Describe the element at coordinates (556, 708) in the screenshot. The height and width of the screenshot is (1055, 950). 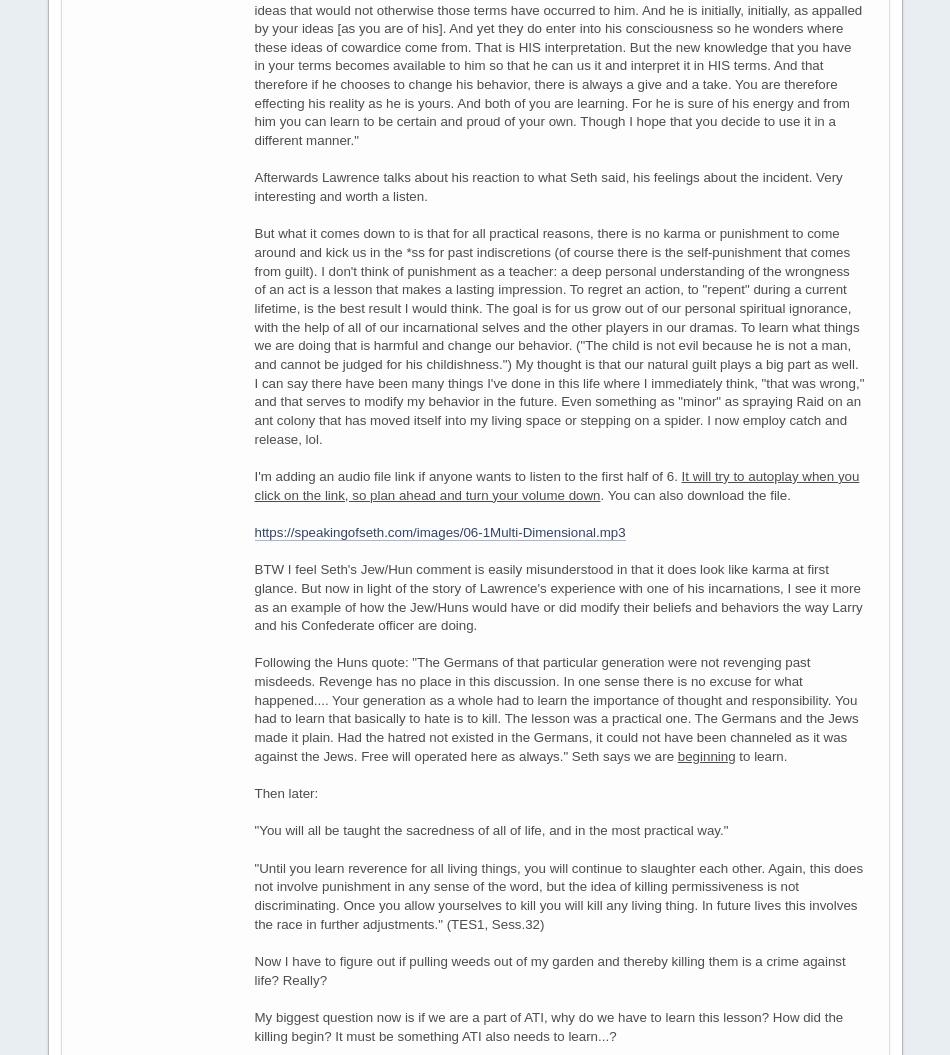
I see `'Following the Huns quote: "The Germans of that particular generation were not revenging past misdeeds. Revenge has no place in this discussion. In one sense there is no excuse for what happened.... Your generation as a whole had to learn the importance of thought and responsibility. You had to learn that basically to hate is to kill. The lesson was a practical one. The Germans and the Jews made it plain. Had the hatred not existed in the Germans, it could not have been channeled as it was against the Jews. Free will operated here as always." Seth says we are'` at that location.